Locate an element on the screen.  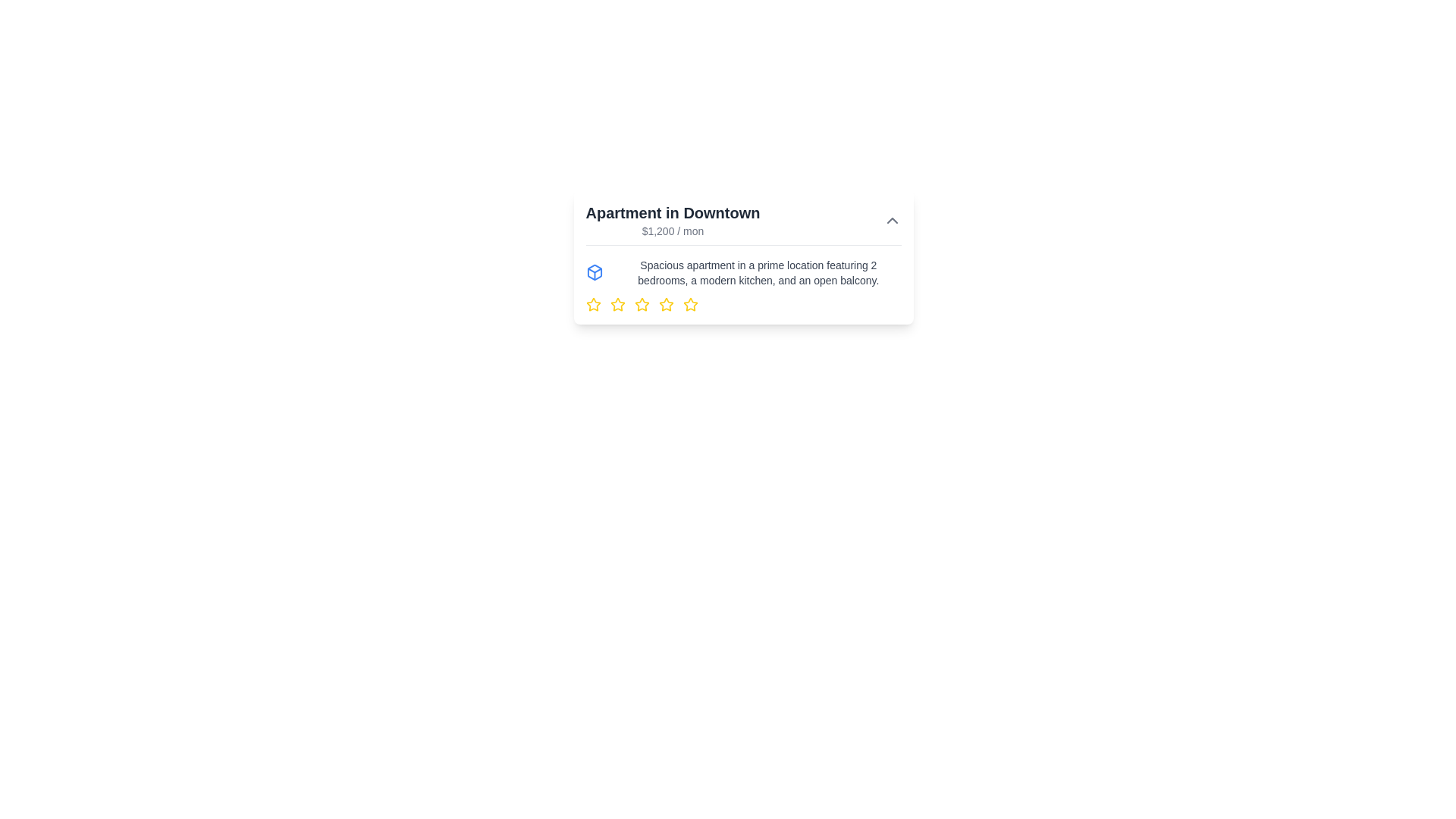
the fourth star icon with a yellow border and a white interior to rate it in the rating system is located at coordinates (666, 304).